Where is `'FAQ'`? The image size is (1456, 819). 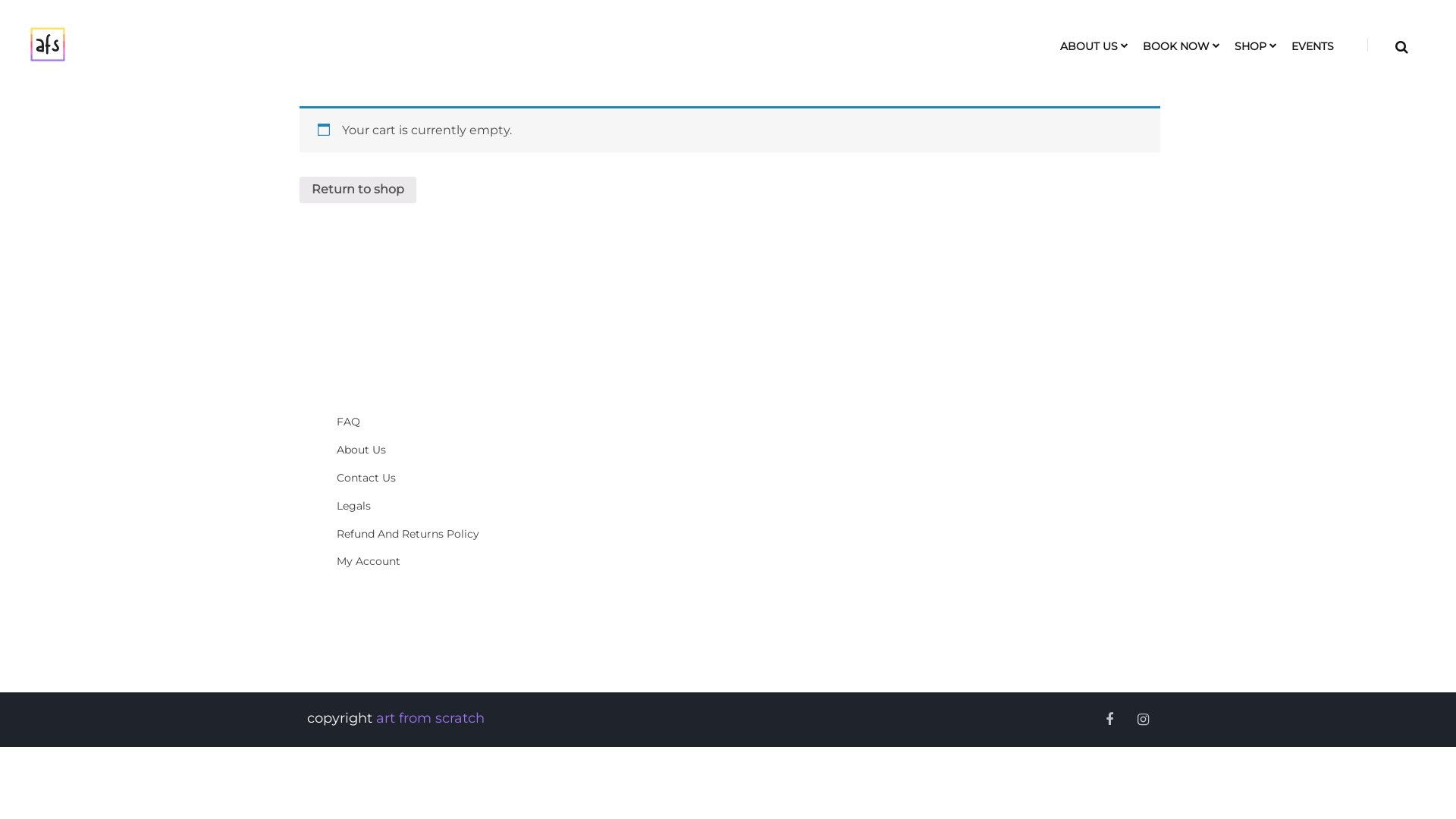
'FAQ' is located at coordinates (416, 422).